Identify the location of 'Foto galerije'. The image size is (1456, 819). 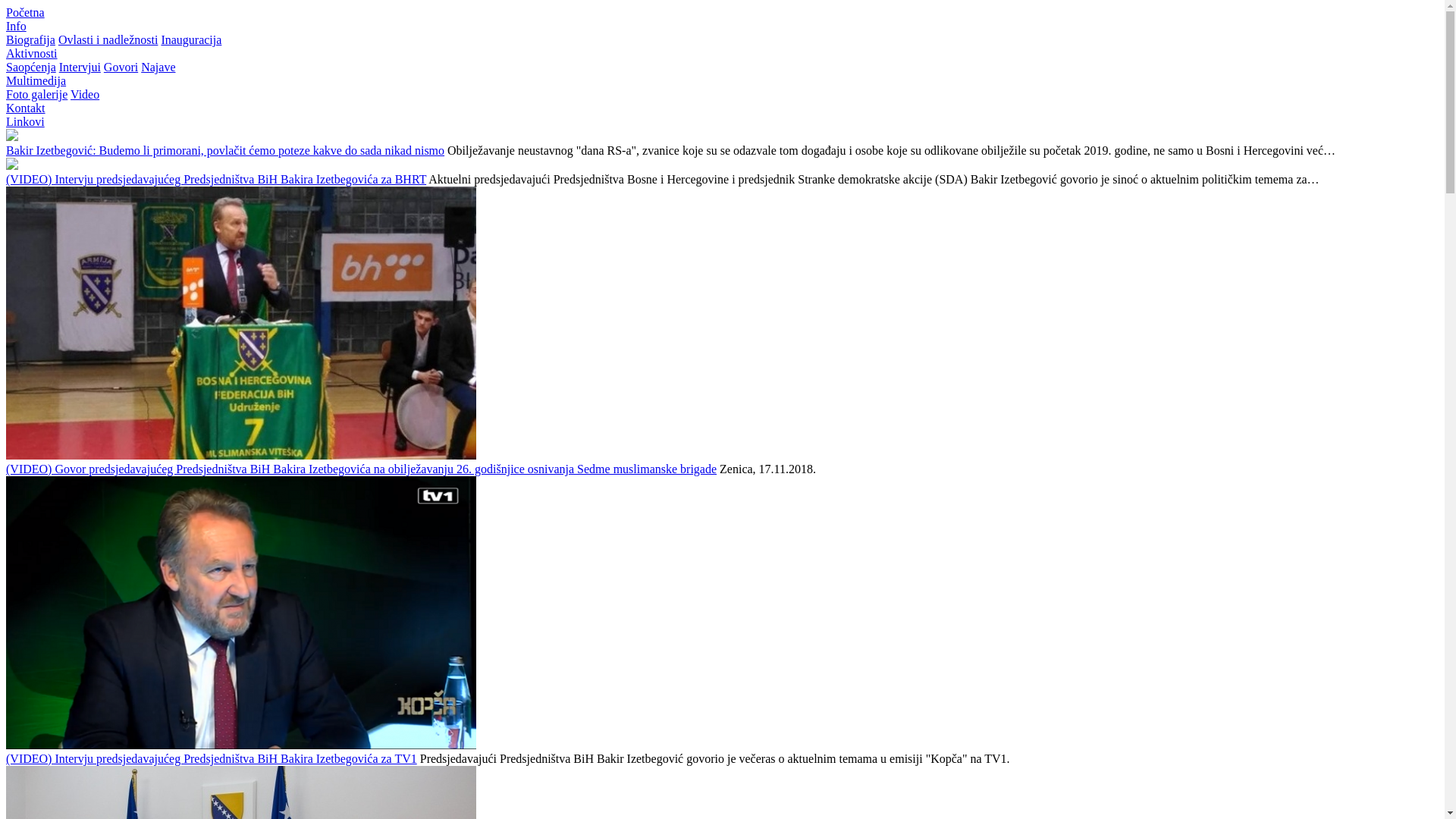
(6, 94).